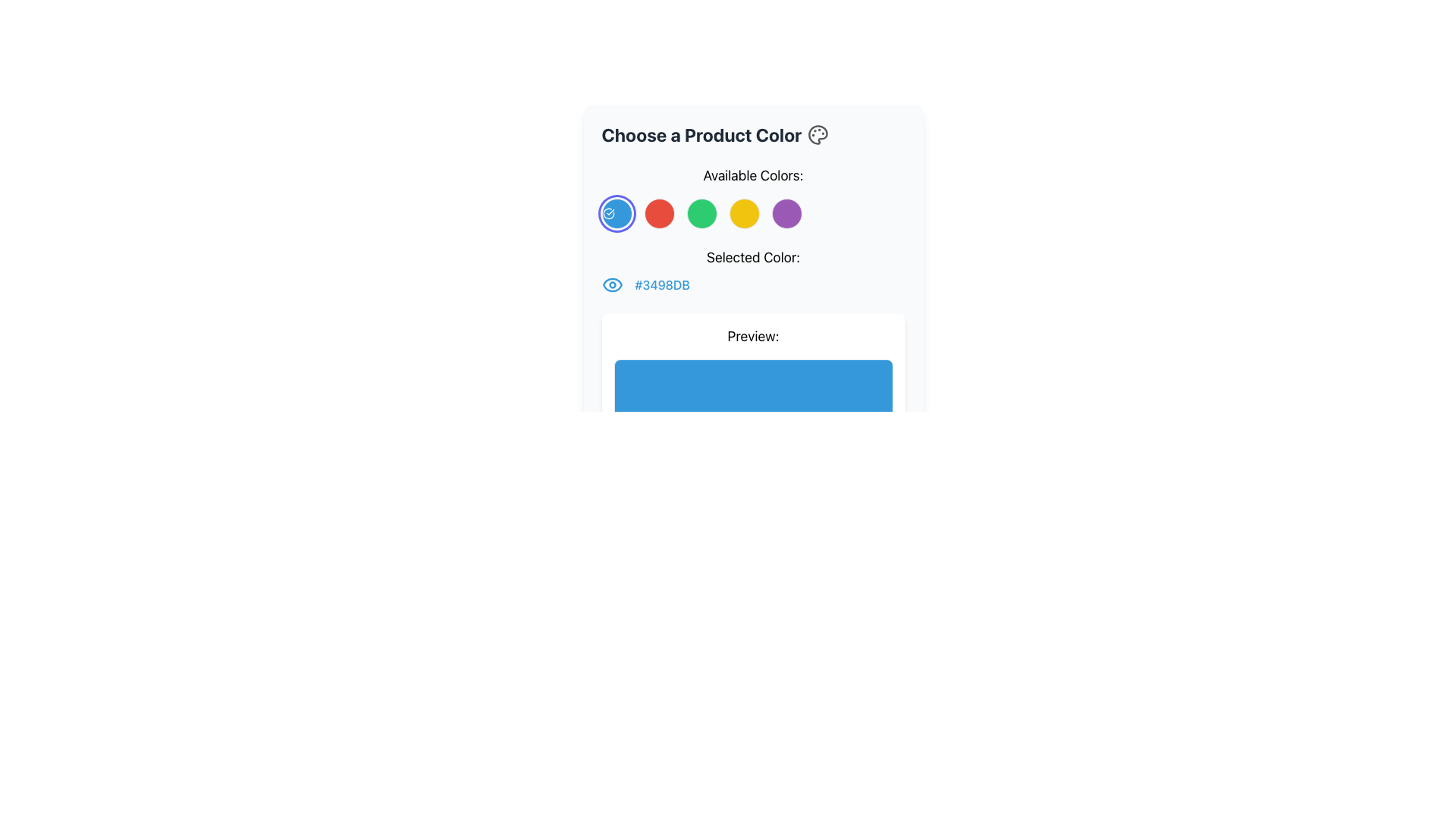 This screenshot has width=1456, height=819. I want to click on the blue circular radio button with a white border and checkmark icon, so click(617, 213).